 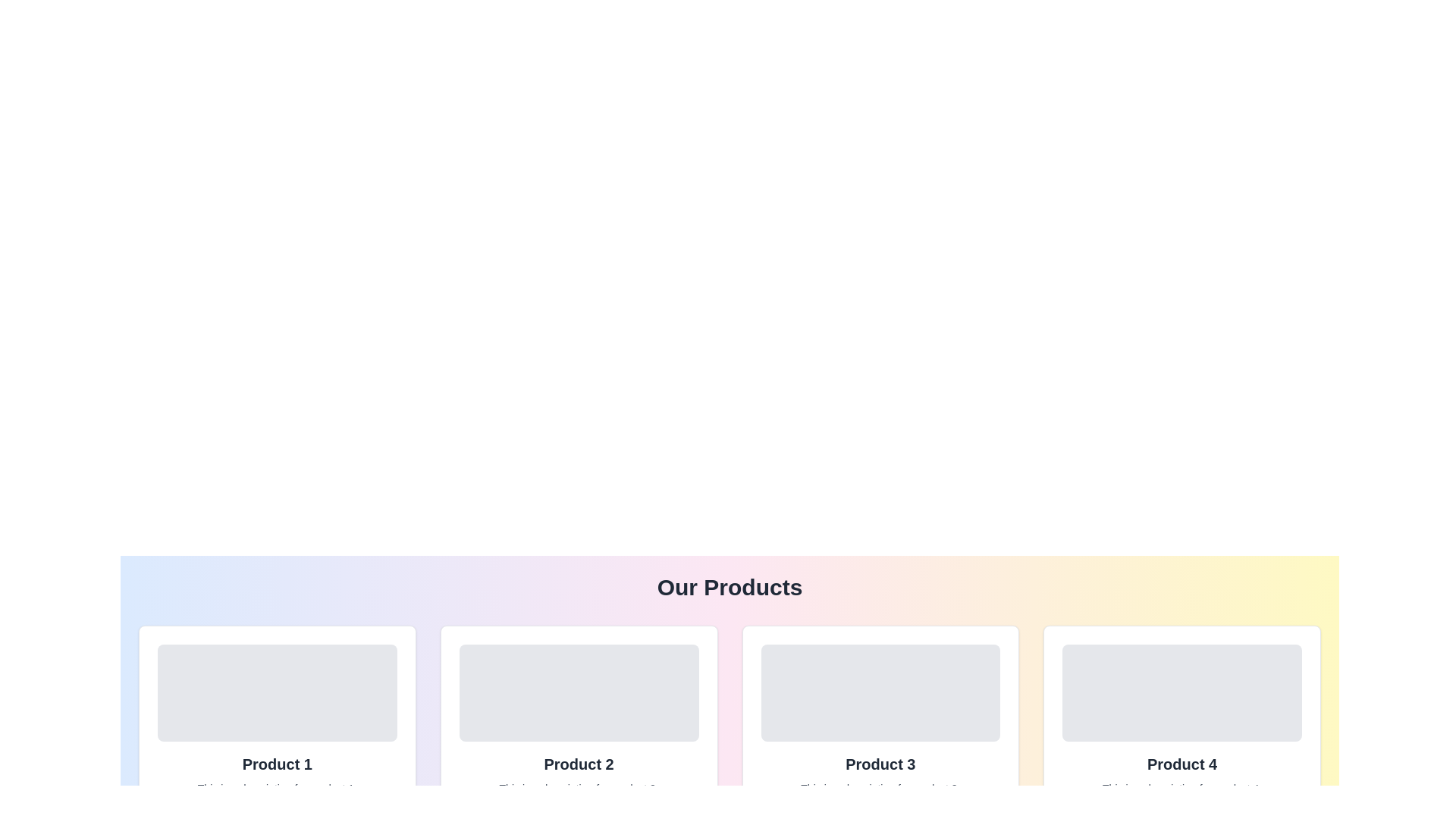 What do you see at coordinates (277, 764) in the screenshot?
I see `the bold text label reading 'Product 1', which is styled in dark gray and located below a rectangular gray placeholder image in the first product card` at bounding box center [277, 764].